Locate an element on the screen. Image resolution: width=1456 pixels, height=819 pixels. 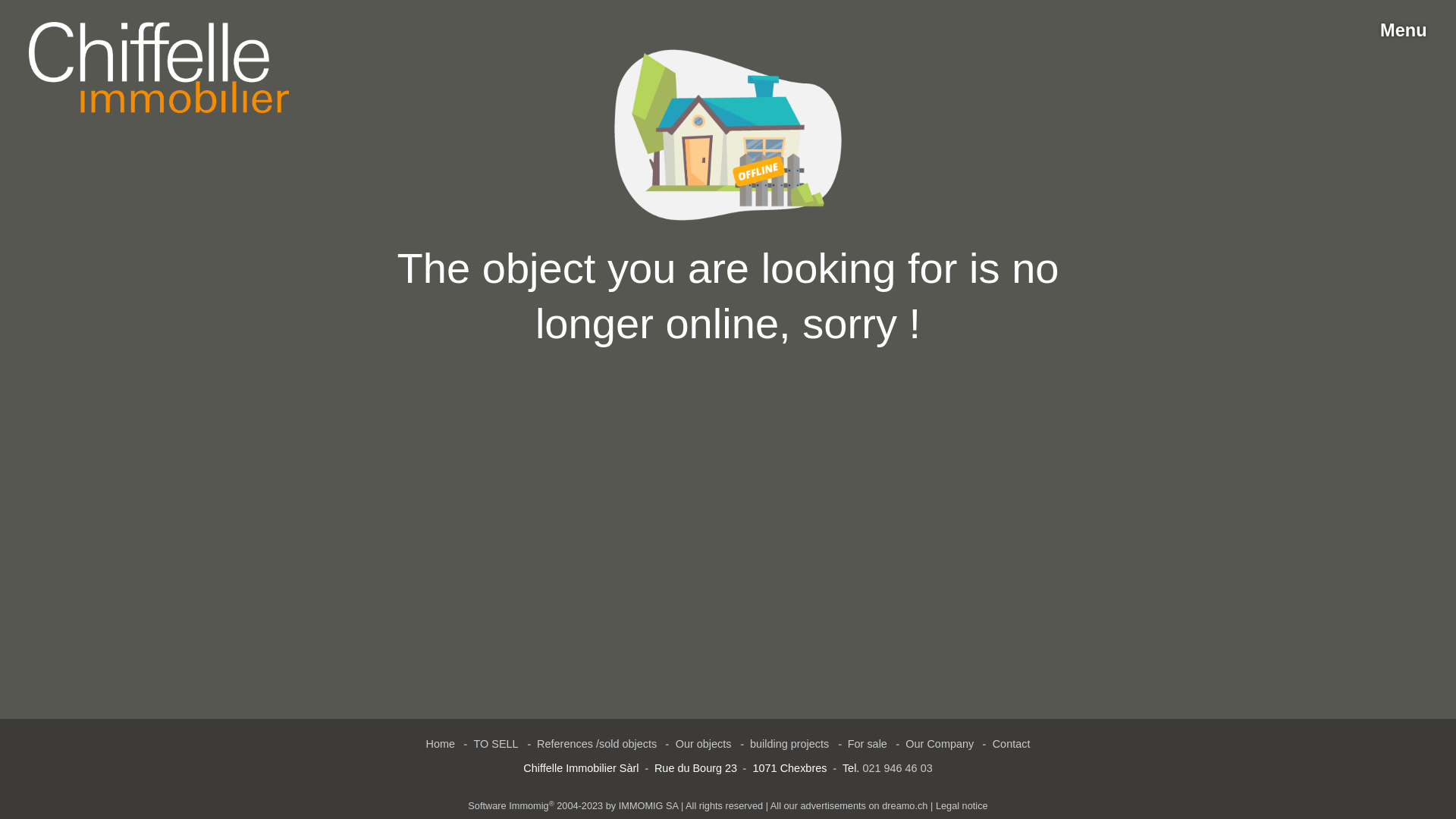
'dreamo.ch' is located at coordinates (881, 805).